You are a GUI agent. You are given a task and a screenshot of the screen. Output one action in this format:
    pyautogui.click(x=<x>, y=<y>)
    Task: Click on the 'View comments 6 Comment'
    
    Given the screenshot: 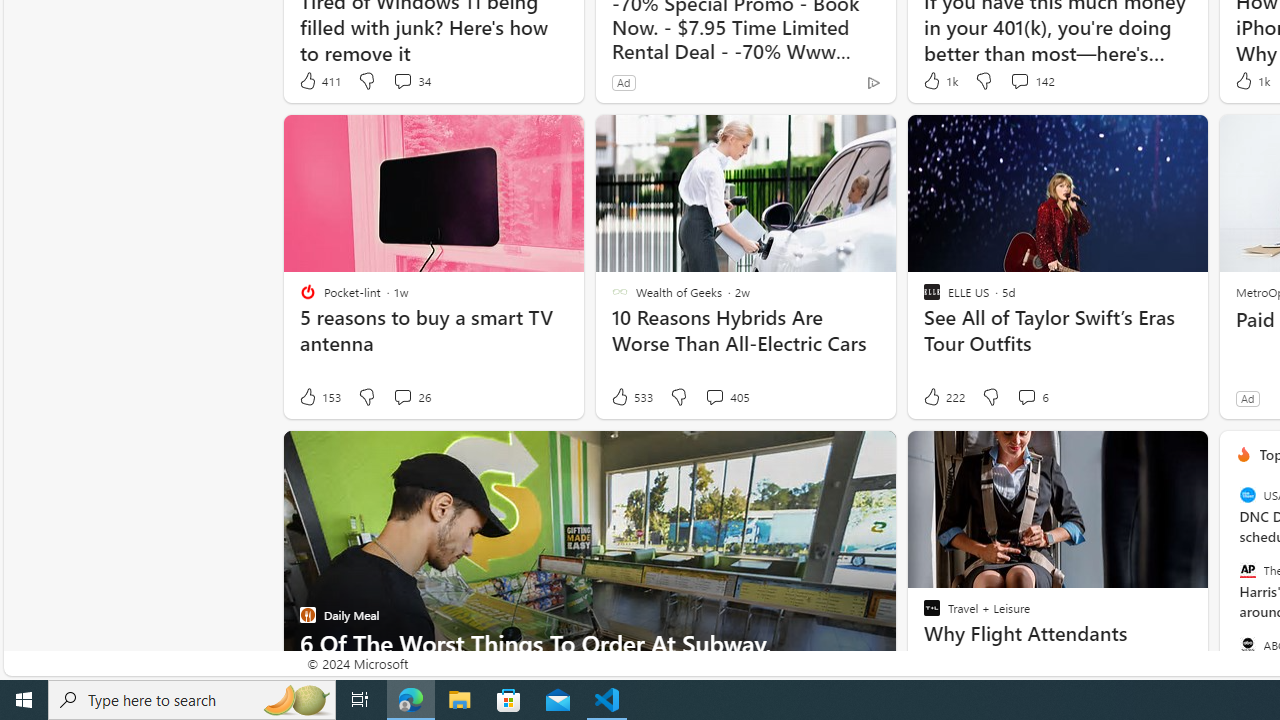 What is the action you would take?
    pyautogui.click(x=1026, y=397)
    